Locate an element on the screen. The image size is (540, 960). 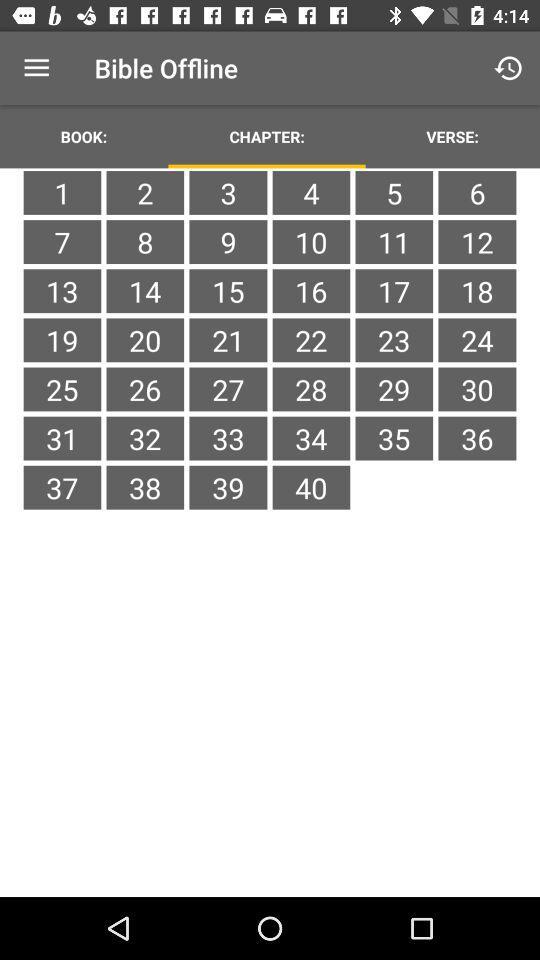
the item to the left of bible offline is located at coordinates (36, 68).